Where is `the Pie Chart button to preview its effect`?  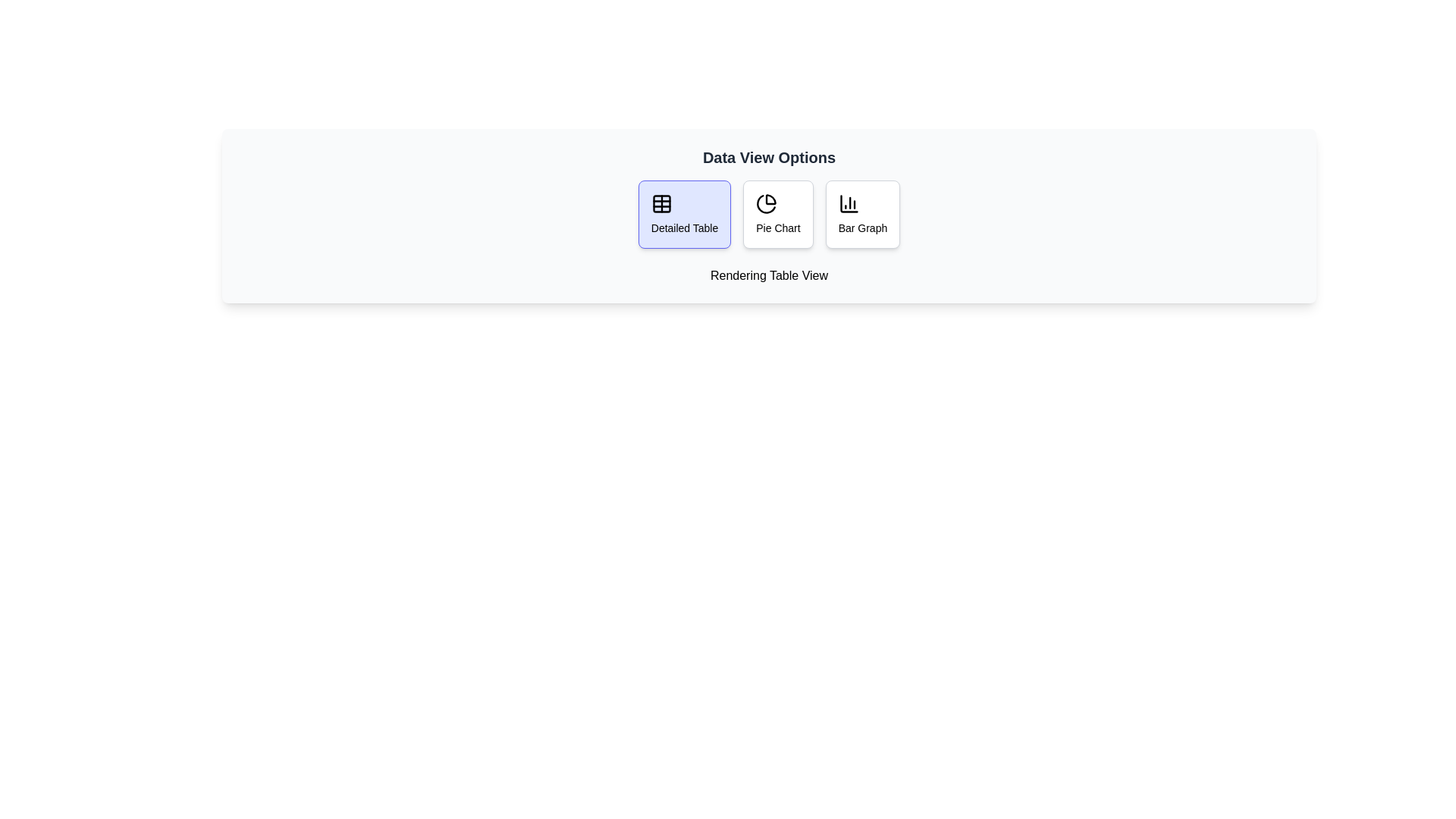
the Pie Chart button to preview its effect is located at coordinates (778, 214).